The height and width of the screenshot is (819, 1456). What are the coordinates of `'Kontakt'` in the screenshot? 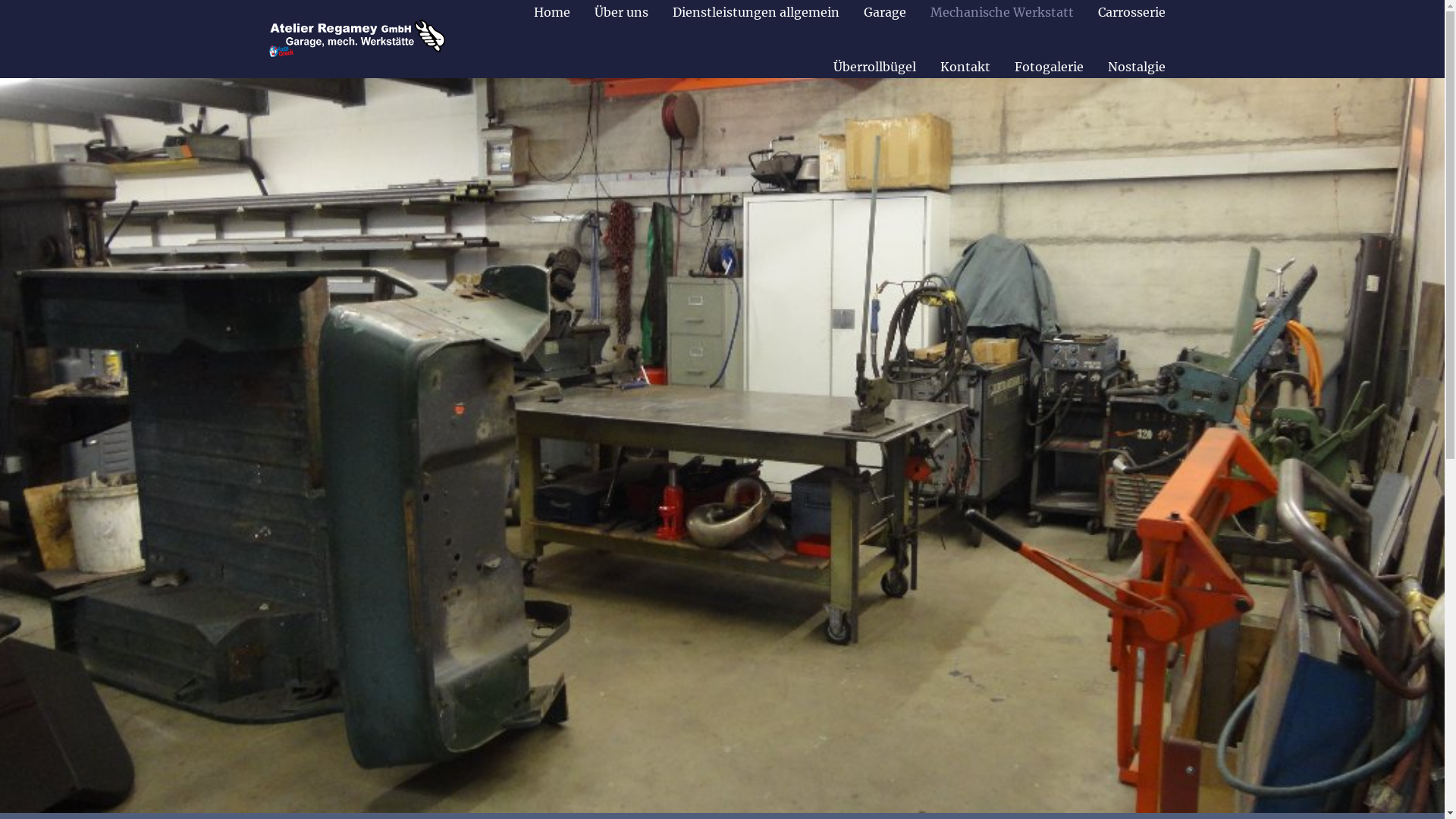 It's located at (927, 66).